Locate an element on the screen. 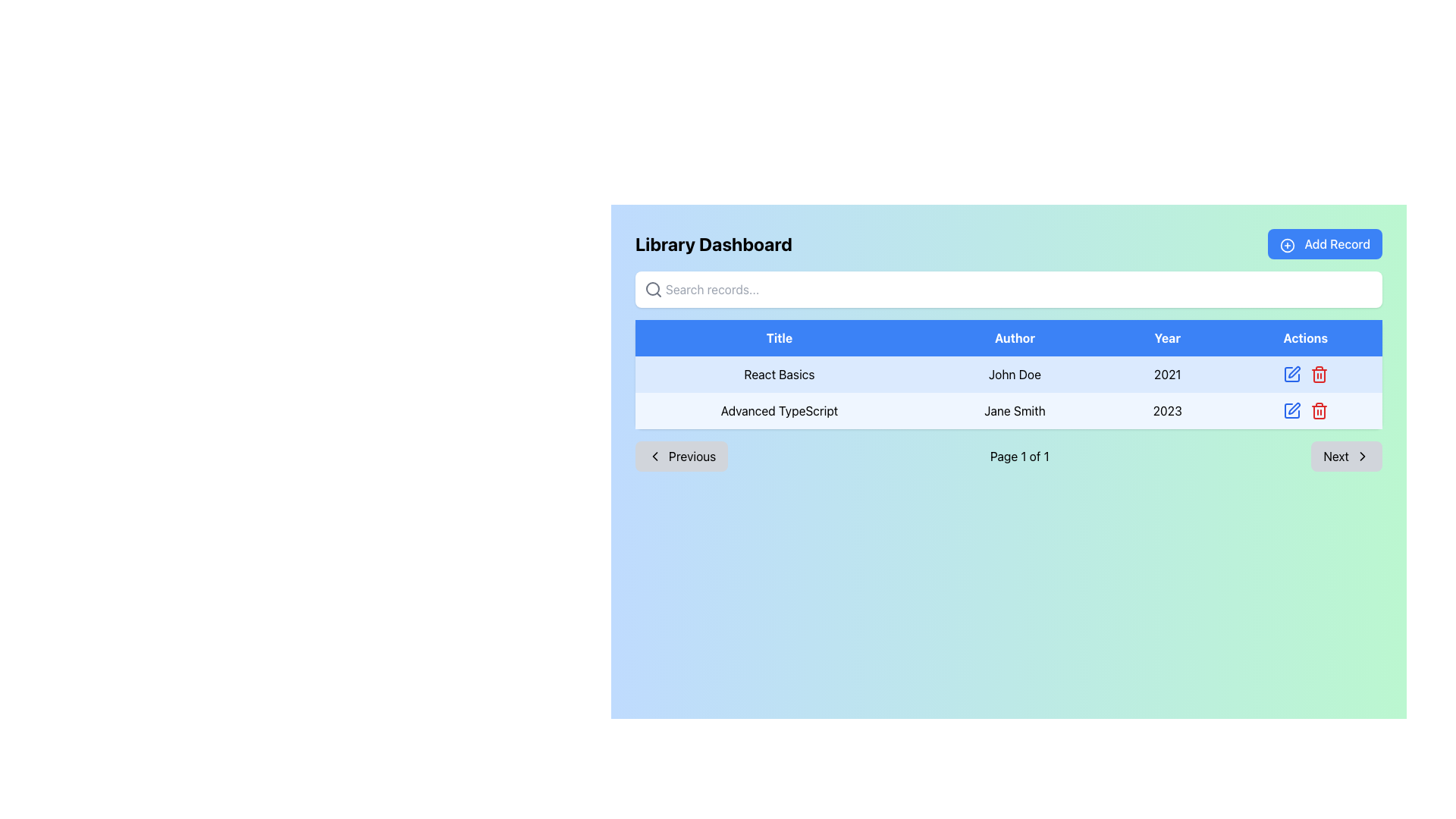 The width and height of the screenshot is (1456, 819). header information from the header cell with a blue background and white text that reads 'Title', which is the first column header in the tabular listing interface is located at coordinates (779, 337).